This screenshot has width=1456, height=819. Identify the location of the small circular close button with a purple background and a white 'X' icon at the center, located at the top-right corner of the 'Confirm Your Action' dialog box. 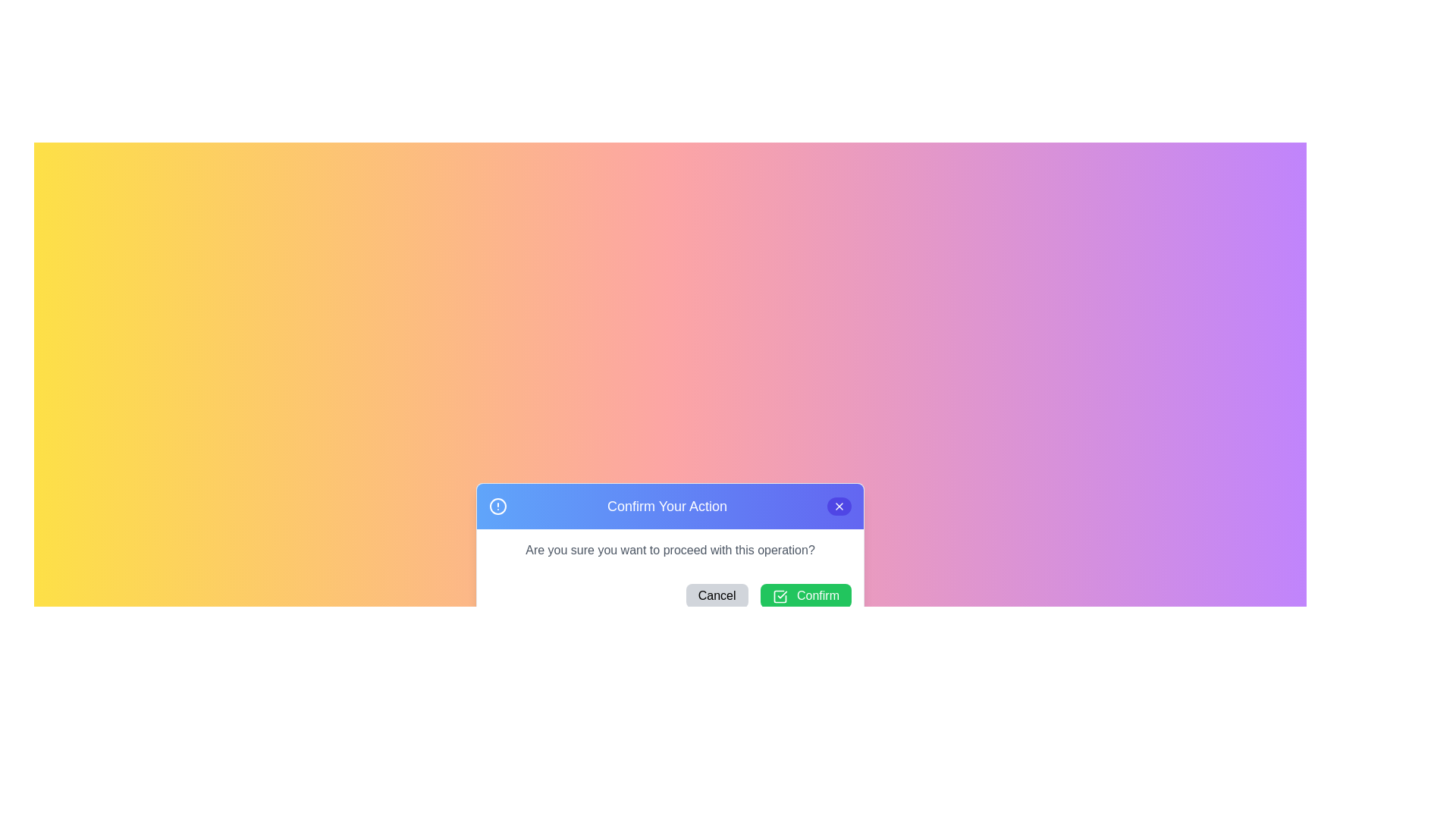
(839, 506).